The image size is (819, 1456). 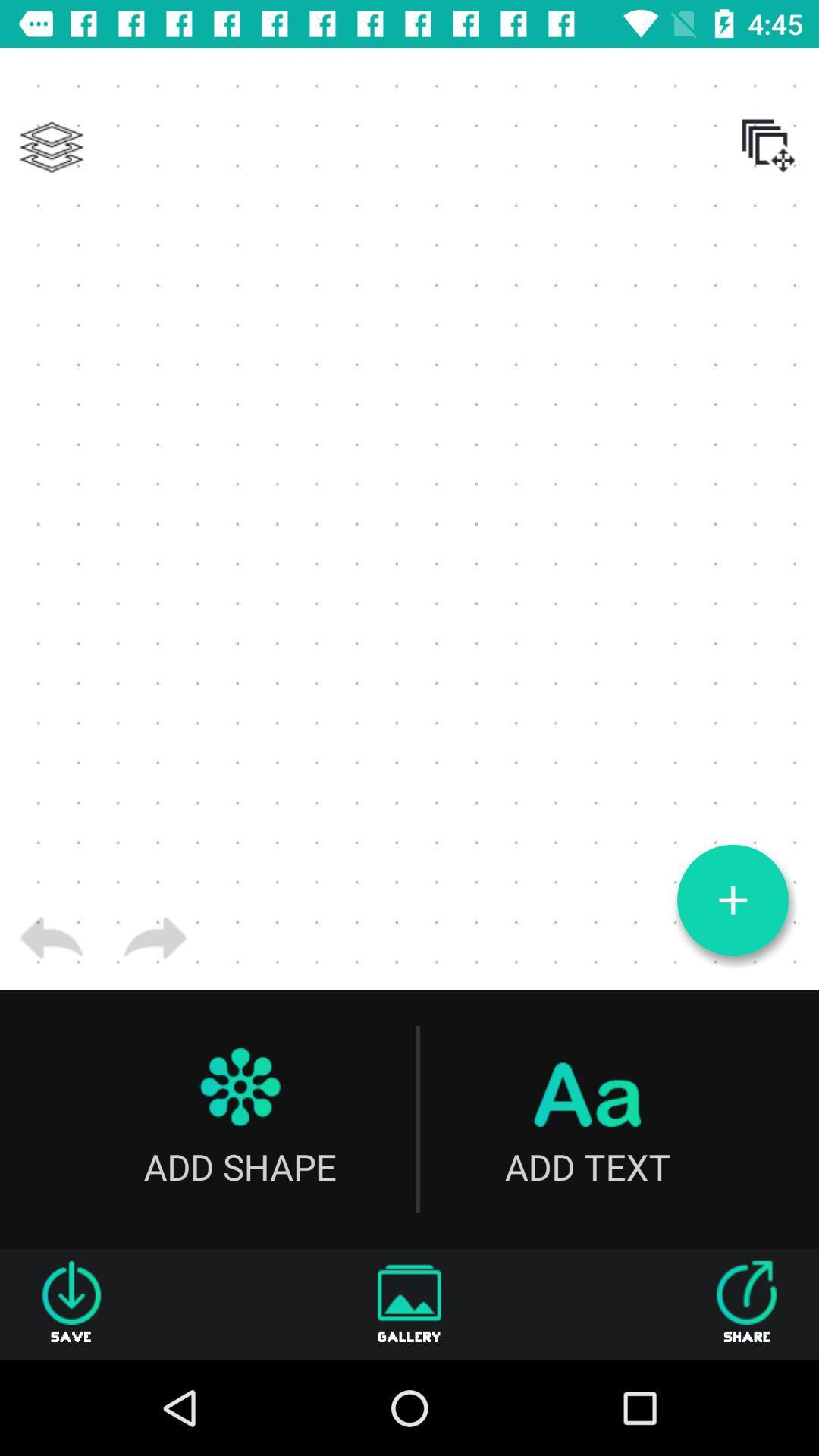 What do you see at coordinates (732, 900) in the screenshot?
I see `the icon above the add text icon` at bounding box center [732, 900].